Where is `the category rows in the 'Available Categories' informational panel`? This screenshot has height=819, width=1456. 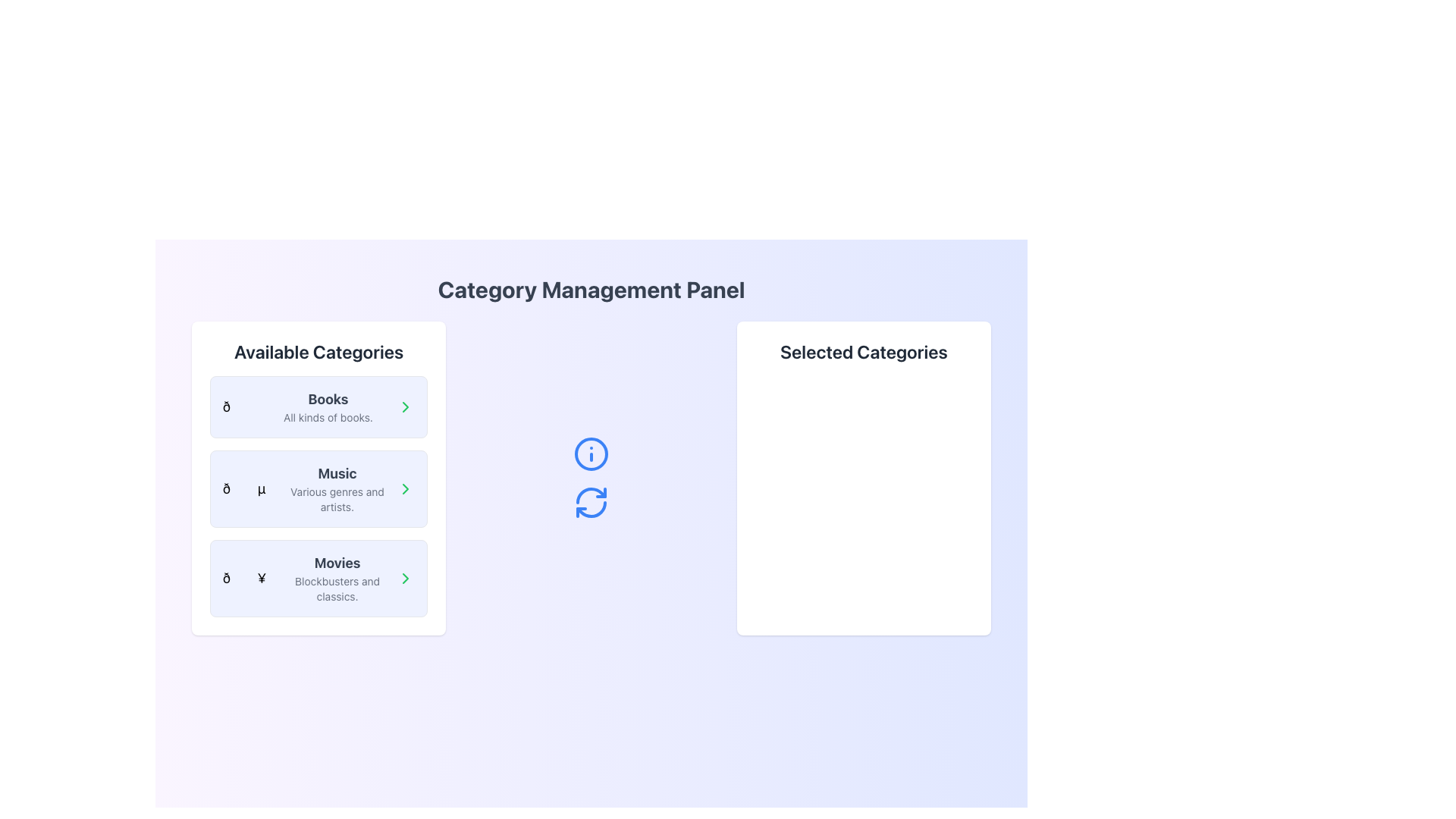
the category rows in the 'Available Categories' informational panel is located at coordinates (318, 479).